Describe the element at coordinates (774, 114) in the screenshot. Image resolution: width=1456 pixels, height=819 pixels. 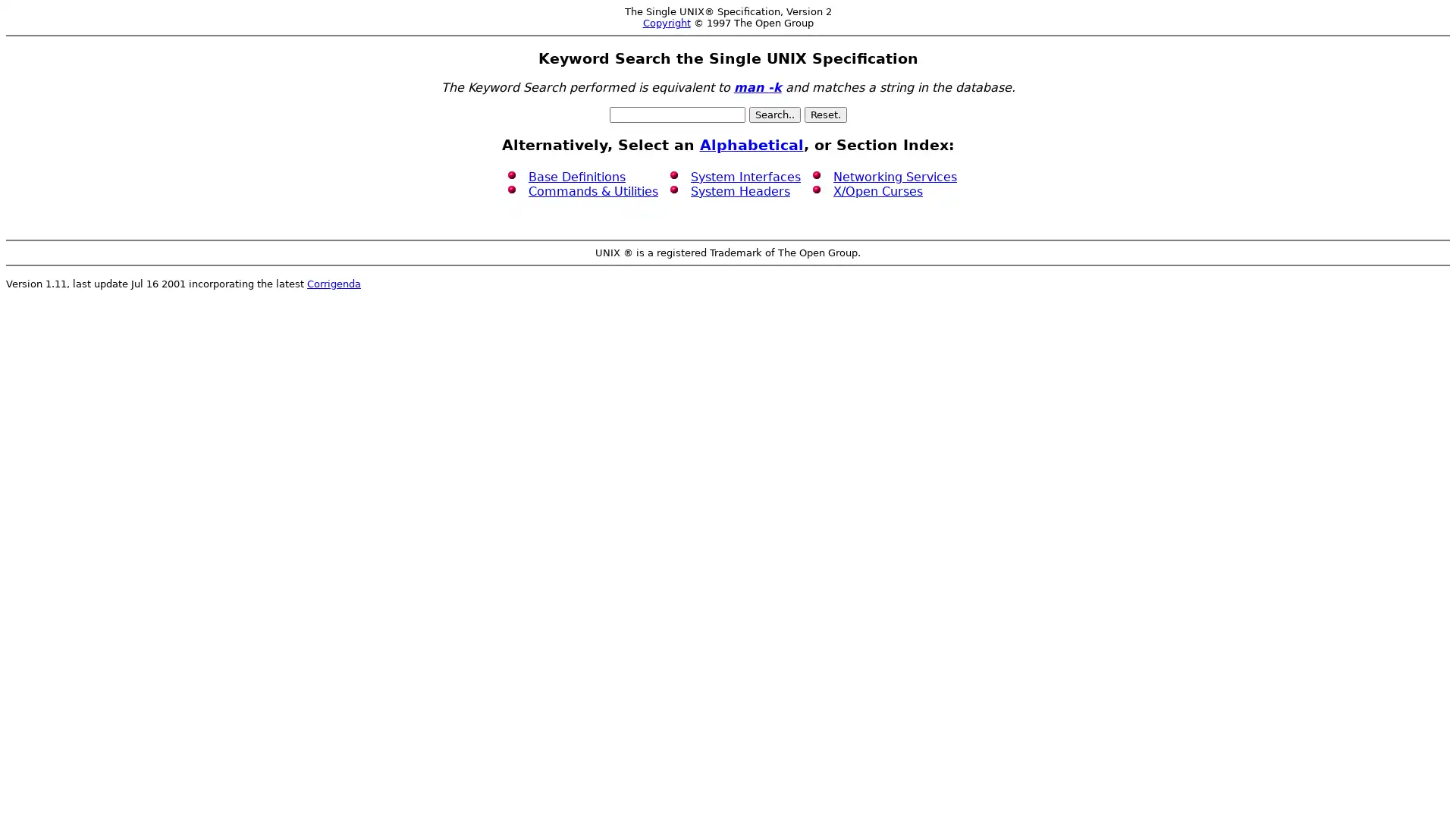
I see `Search..` at that location.